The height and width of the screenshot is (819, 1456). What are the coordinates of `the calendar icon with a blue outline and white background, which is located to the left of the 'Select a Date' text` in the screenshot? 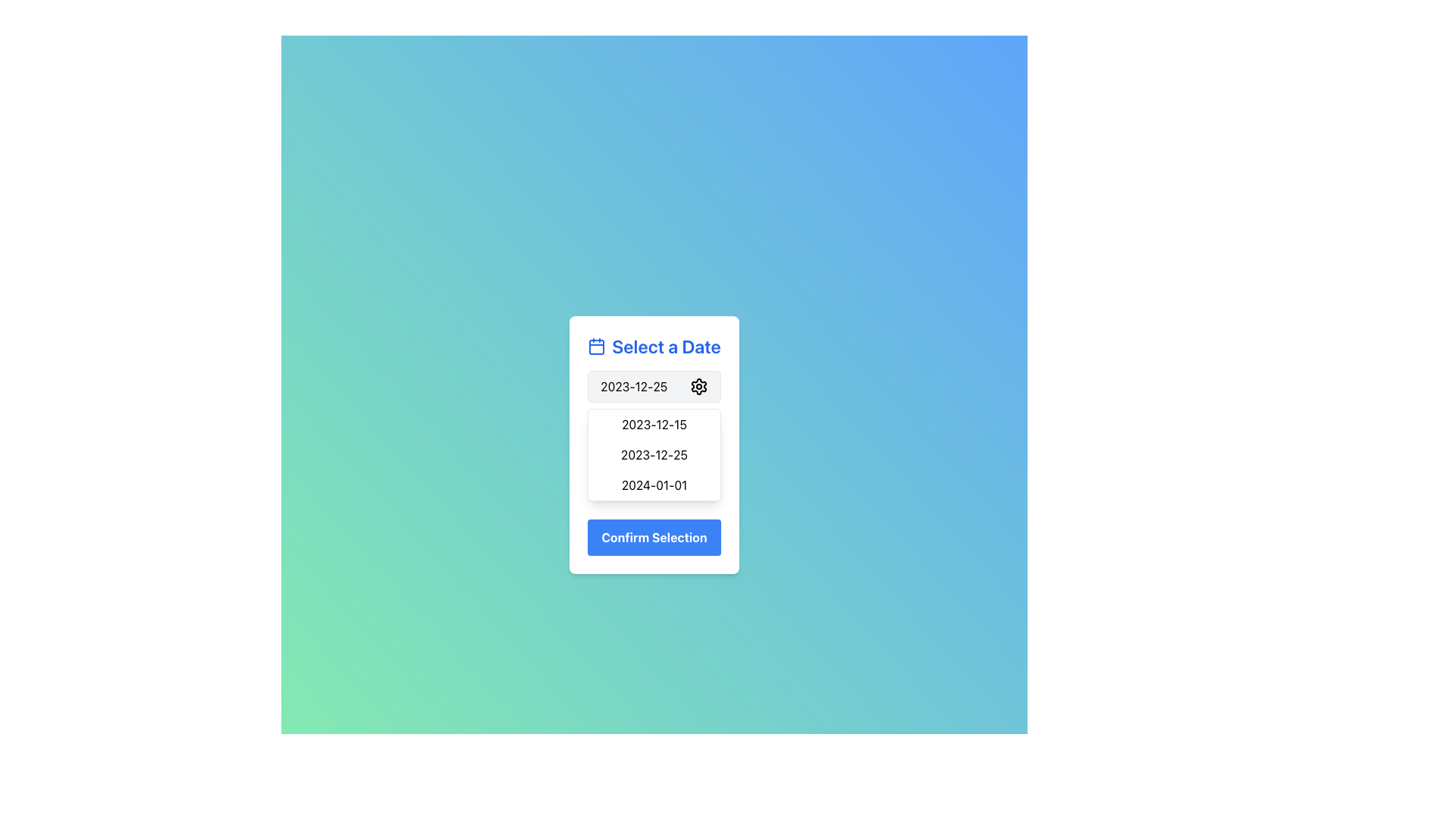 It's located at (596, 346).